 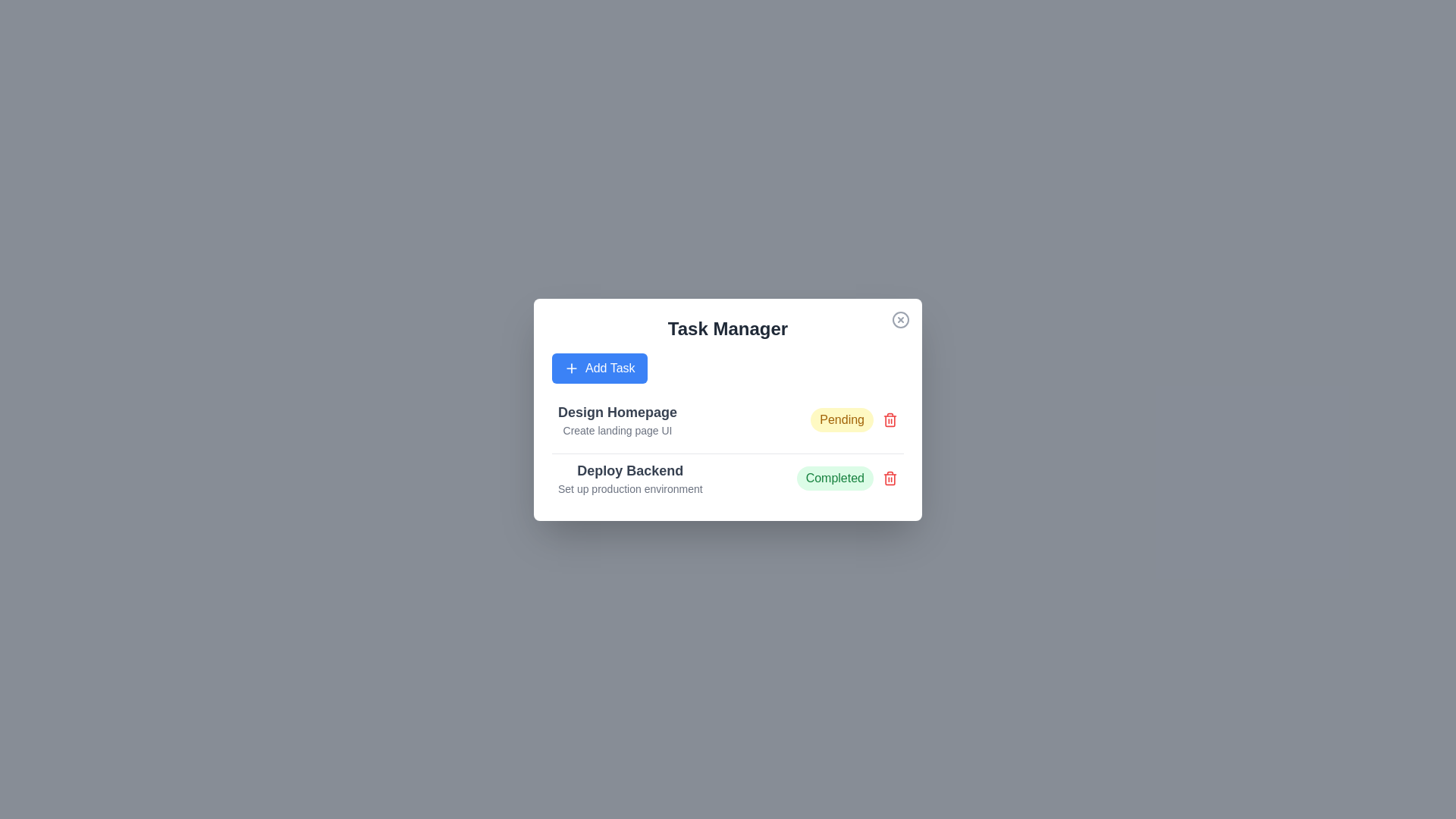 What do you see at coordinates (854, 419) in the screenshot?
I see `the Status badge with a yellow background that contains the text 'Pending', which is located in the right section of the row labeled 'Design Homepage'` at bounding box center [854, 419].